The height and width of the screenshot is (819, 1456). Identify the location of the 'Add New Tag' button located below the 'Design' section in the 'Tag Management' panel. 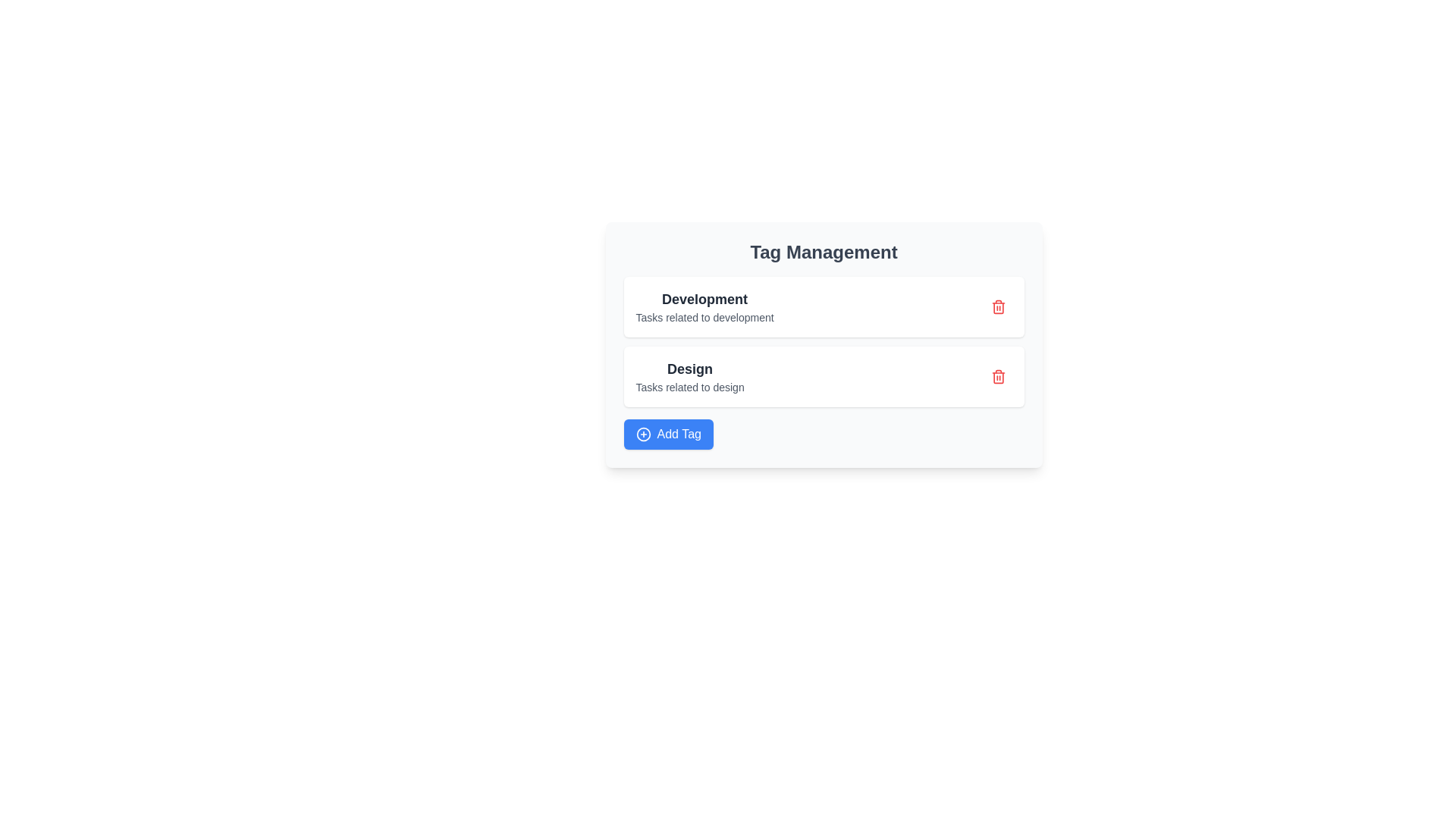
(667, 435).